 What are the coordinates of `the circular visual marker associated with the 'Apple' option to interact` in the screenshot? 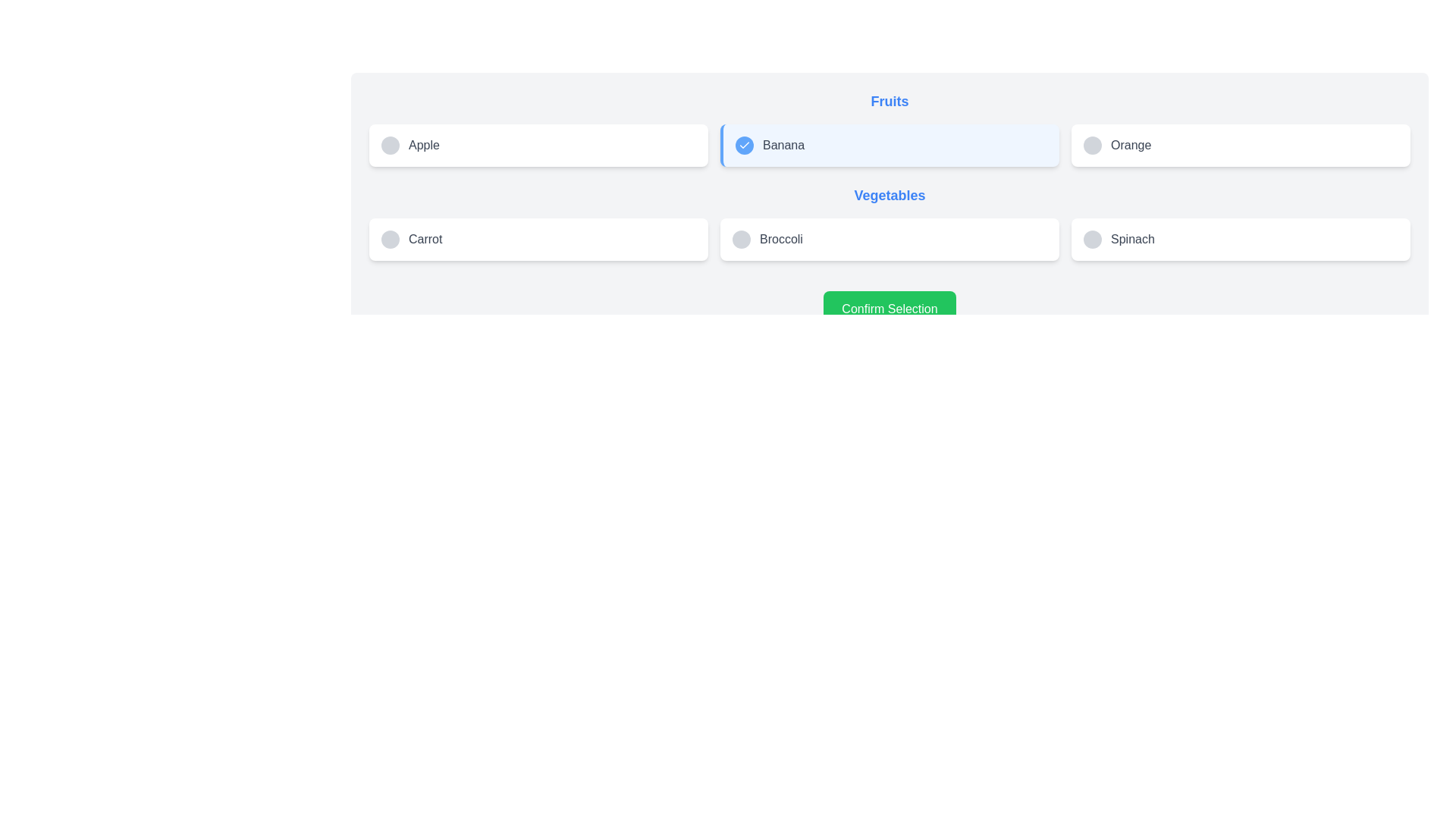 It's located at (390, 146).